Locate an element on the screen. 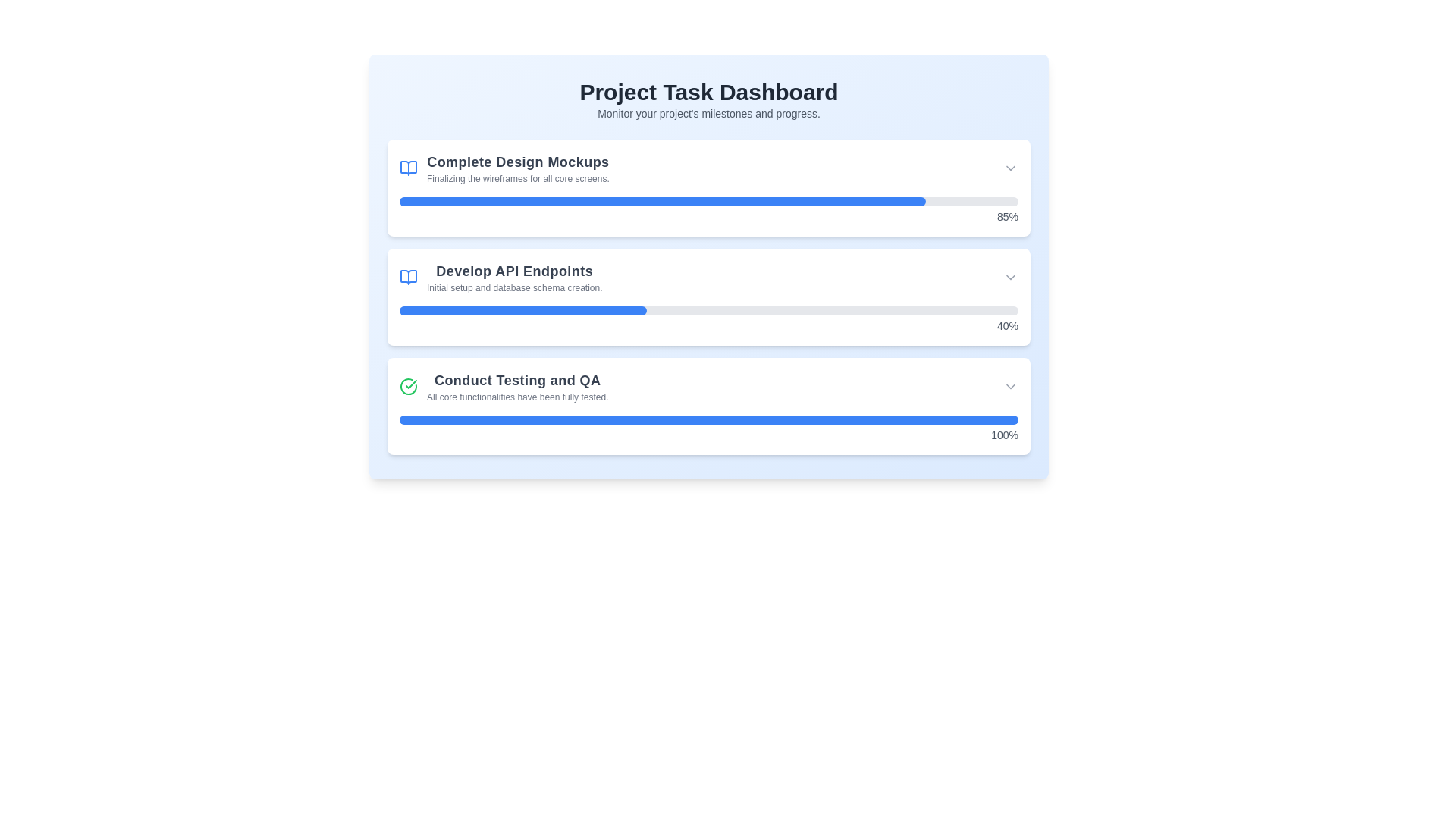  progress is located at coordinates (764, 309).